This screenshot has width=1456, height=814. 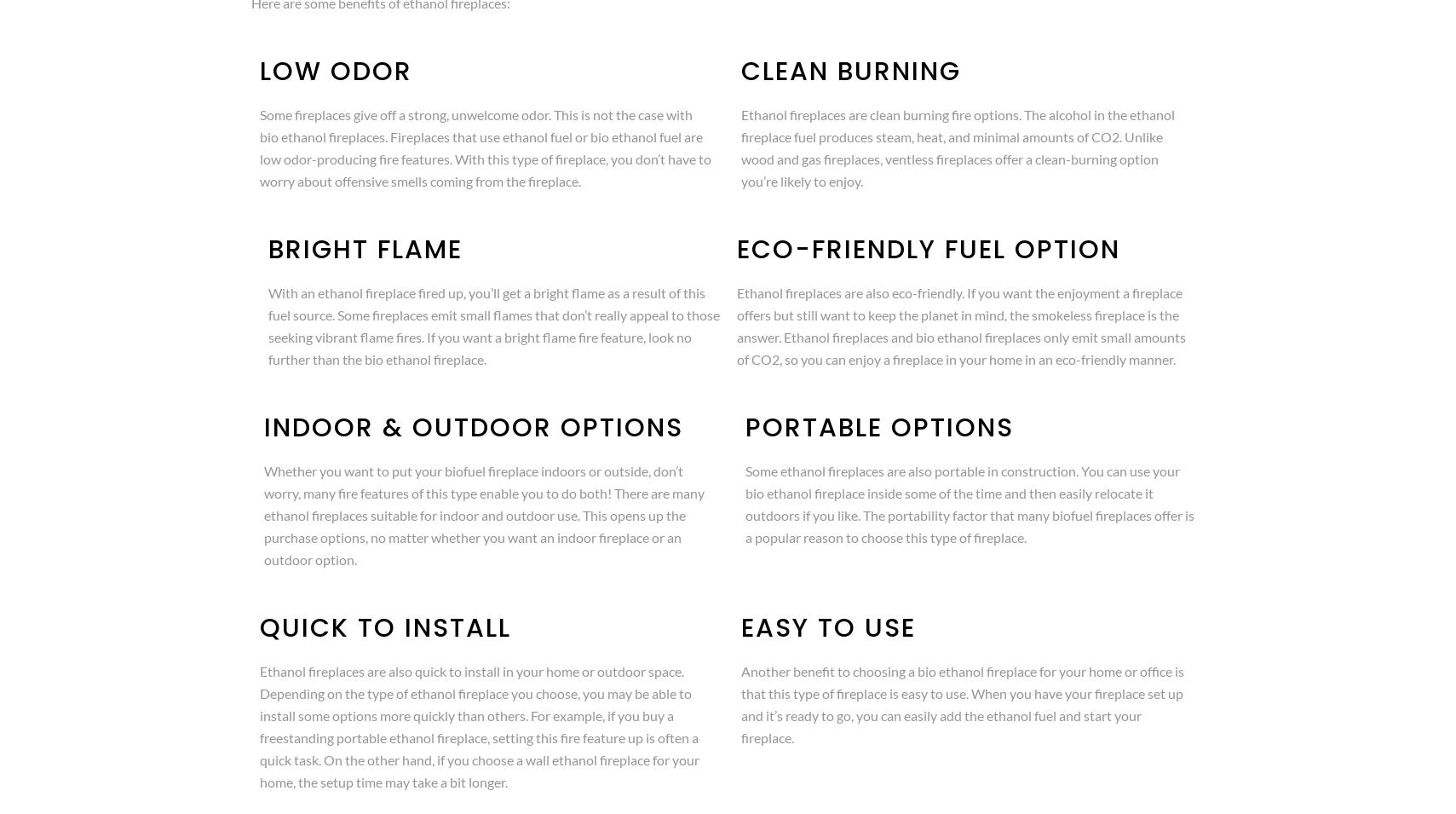 What do you see at coordinates (262, 428) in the screenshot?
I see `'Indoor & Outdoor Options'` at bounding box center [262, 428].